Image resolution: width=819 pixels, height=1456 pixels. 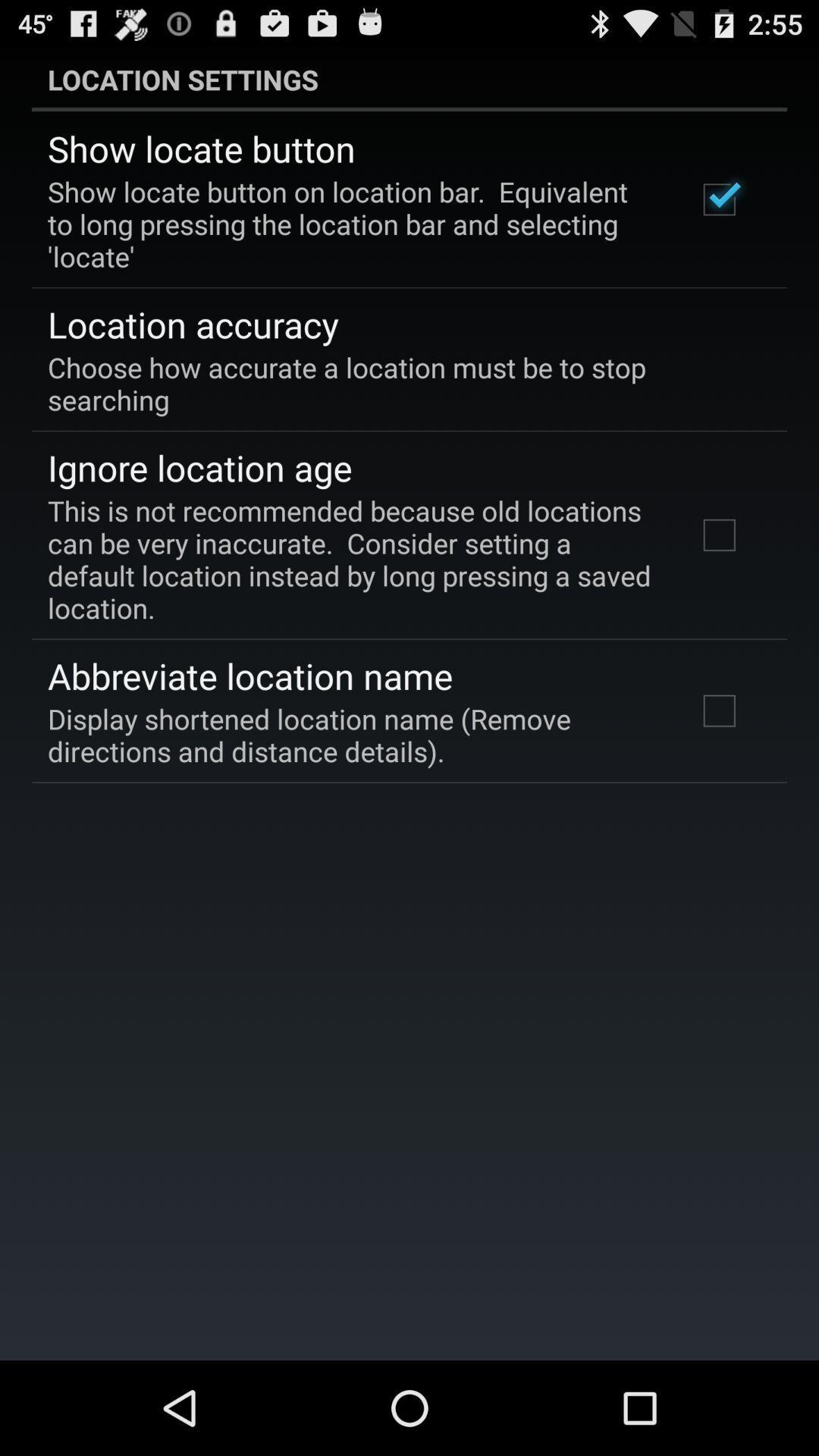 I want to click on ignore location age icon, so click(x=199, y=466).